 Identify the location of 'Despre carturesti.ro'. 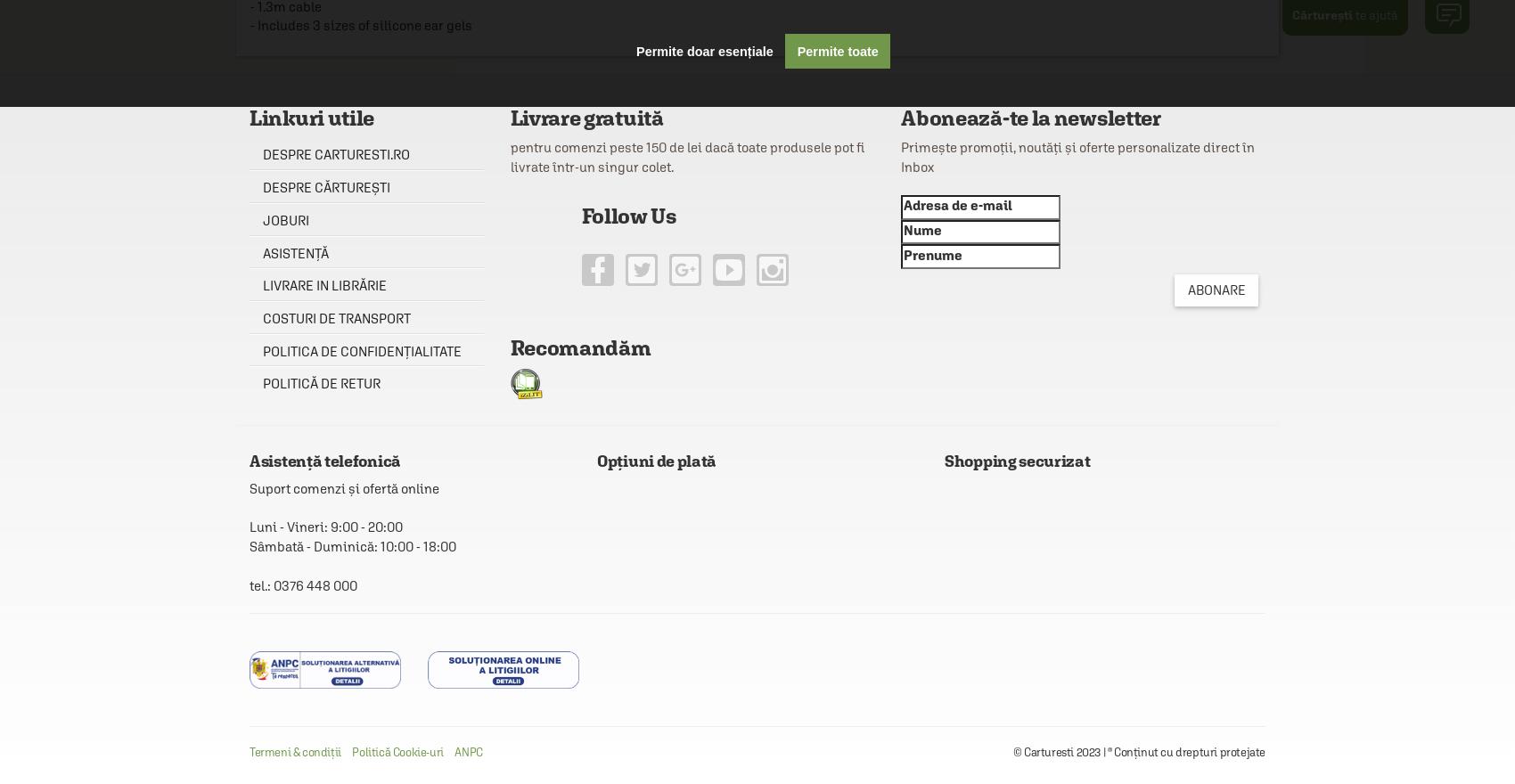
(335, 153).